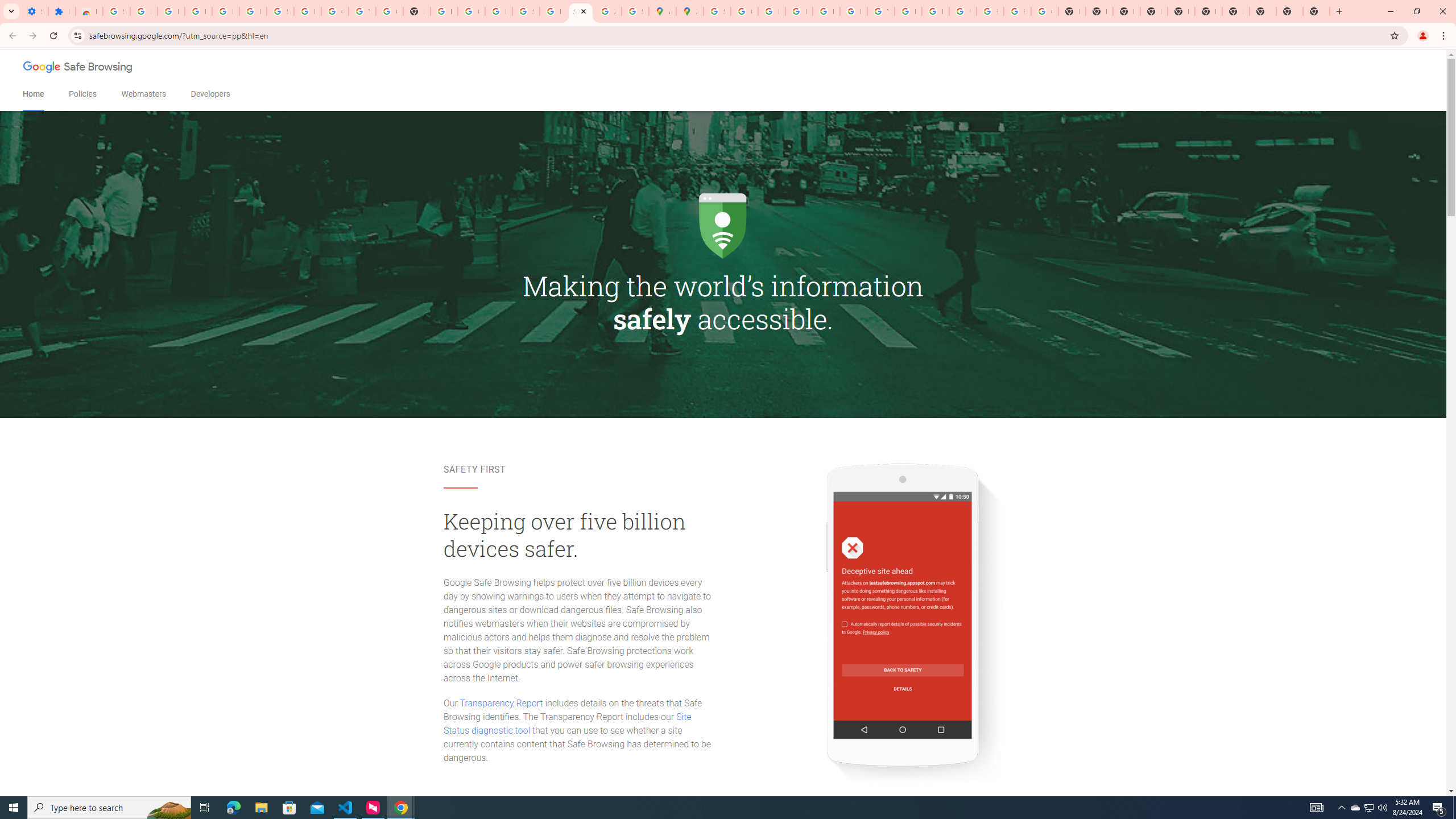 The image size is (1456, 819). I want to click on 'Privacy Help Center - Policies Help', so click(771, 11).